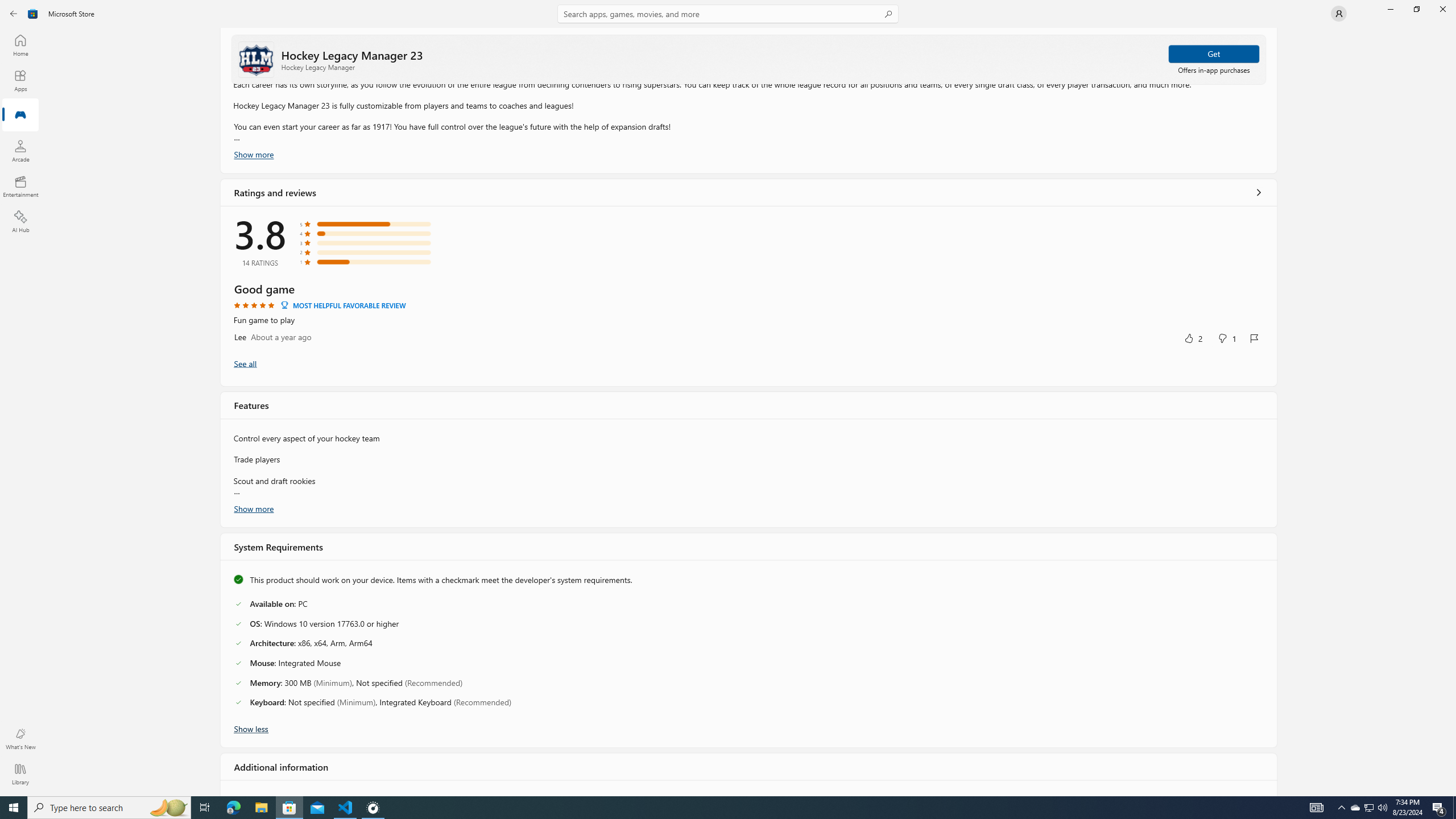 Image resolution: width=1456 pixels, height=819 pixels. I want to click on 'Library', so click(19, 773).